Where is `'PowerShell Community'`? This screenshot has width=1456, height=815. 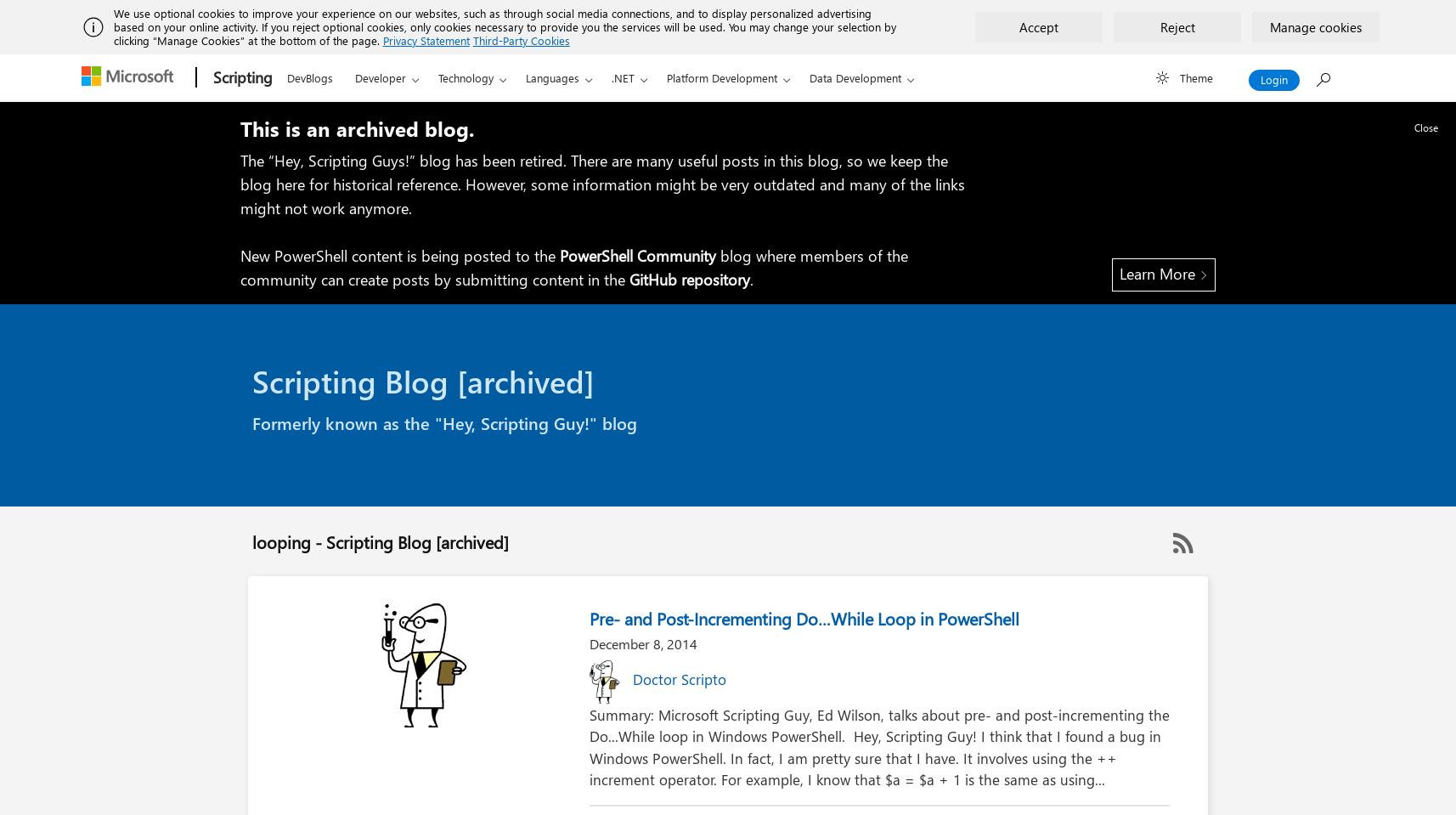
'PowerShell Community' is located at coordinates (638, 255).